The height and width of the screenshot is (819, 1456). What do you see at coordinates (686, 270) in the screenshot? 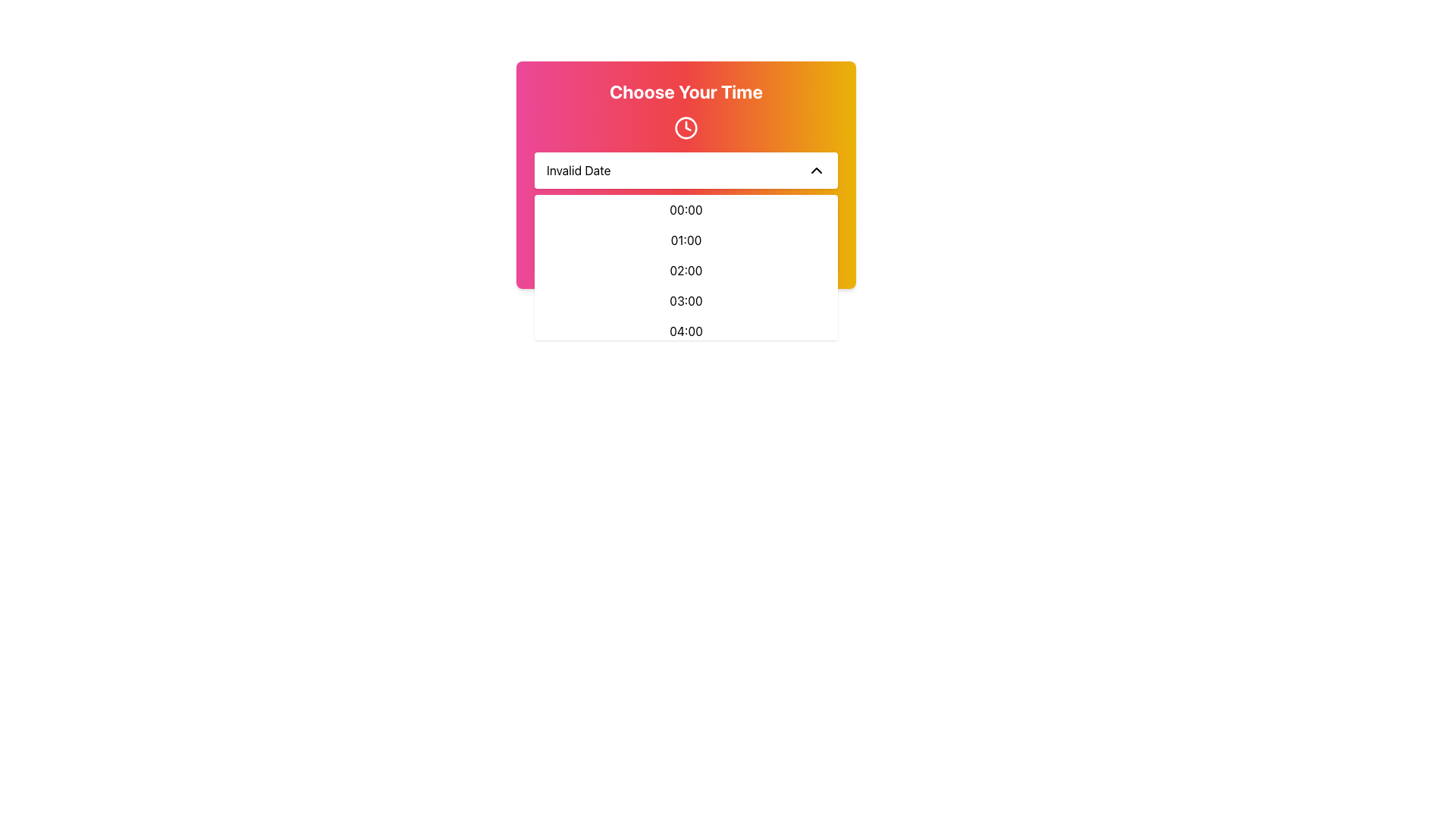
I see `the selectable list item displaying the text '02:00'` at bounding box center [686, 270].